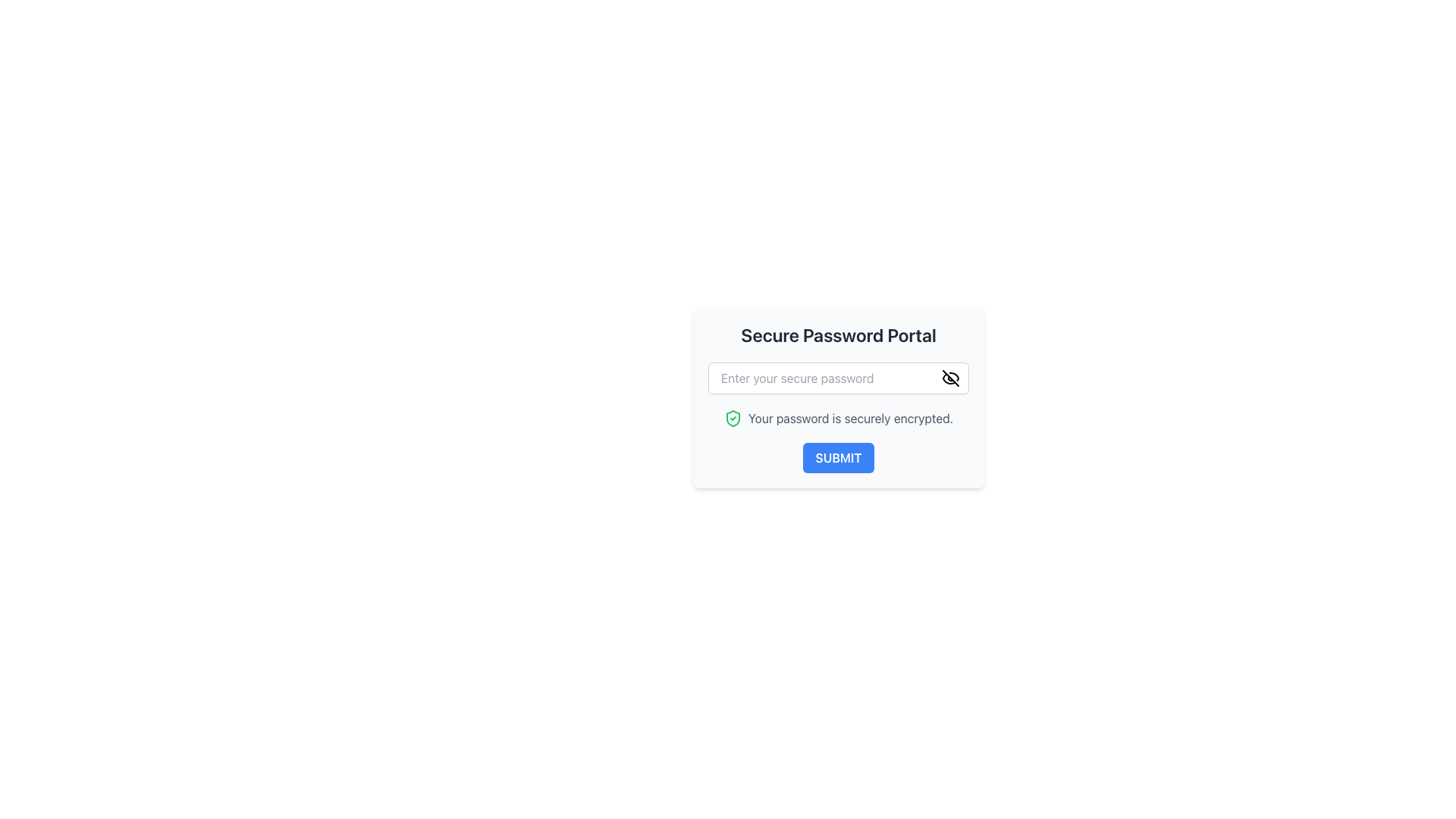 The height and width of the screenshot is (819, 1456). Describe the element at coordinates (949, 377) in the screenshot. I see `the Password visibility toggle icon located at the far-right edge of the 'Enter your secure password' input field` at that location.